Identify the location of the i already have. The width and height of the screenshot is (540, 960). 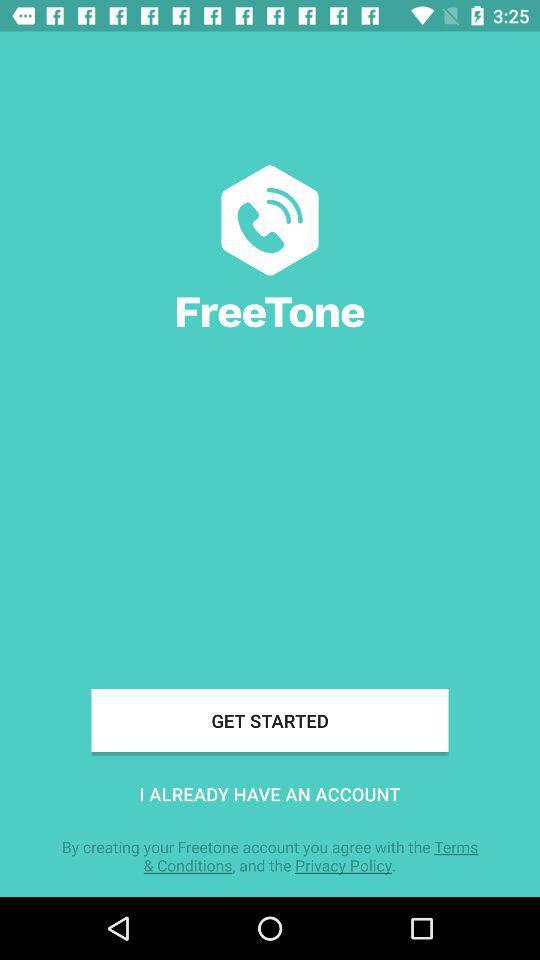
(270, 794).